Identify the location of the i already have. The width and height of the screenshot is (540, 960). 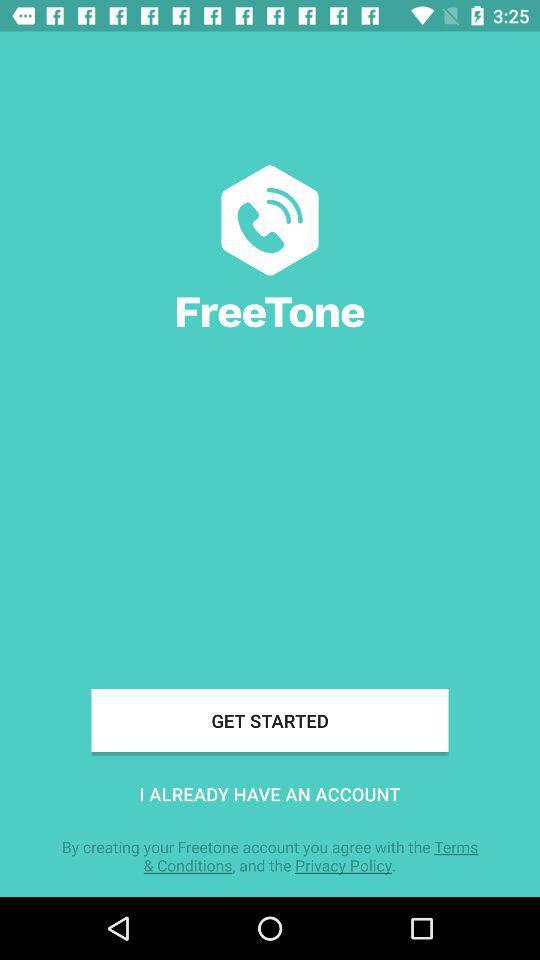
(270, 794).